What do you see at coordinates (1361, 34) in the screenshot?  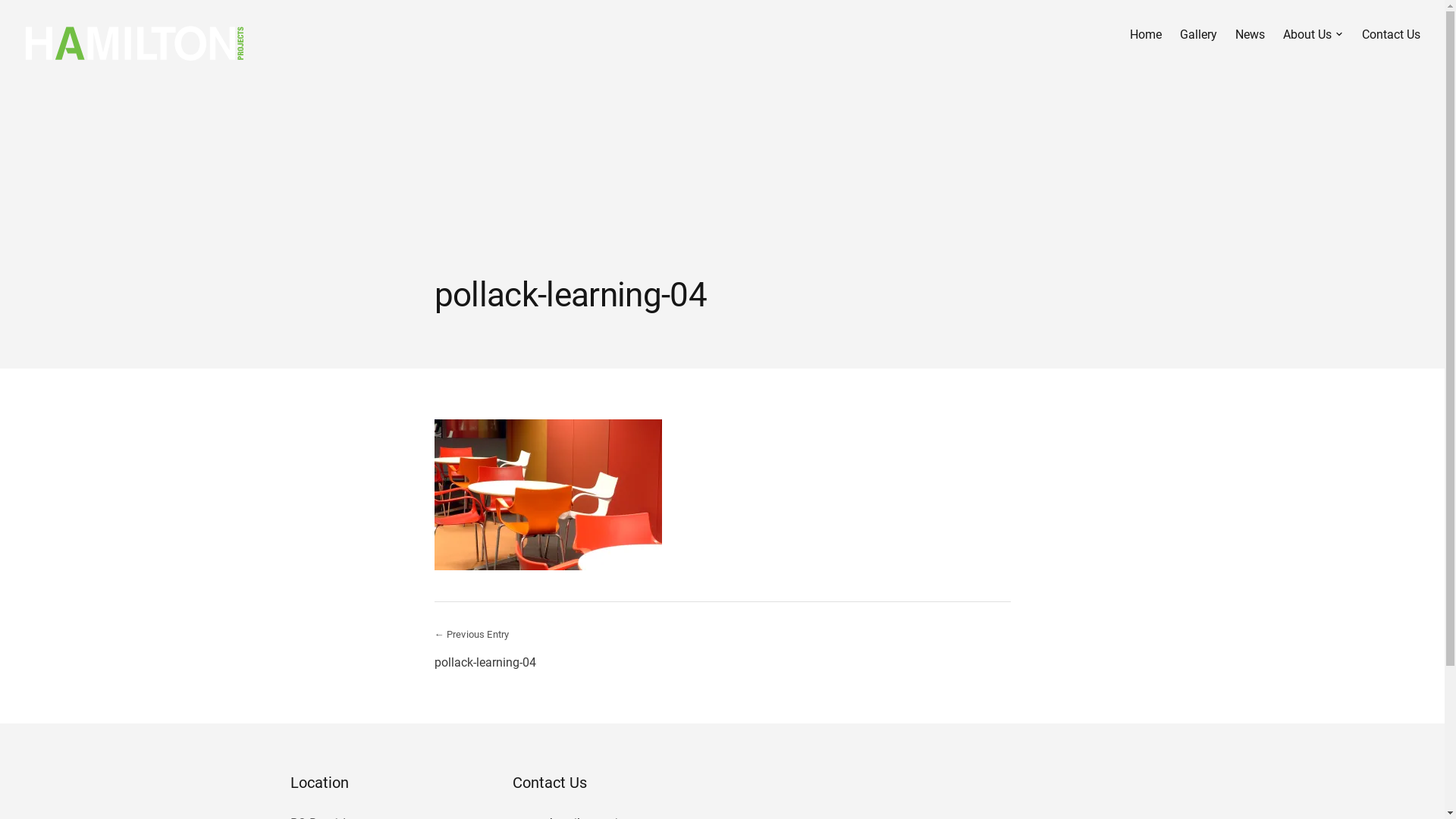 I see `'Contact Us'` at bounding box center [1361, 34].